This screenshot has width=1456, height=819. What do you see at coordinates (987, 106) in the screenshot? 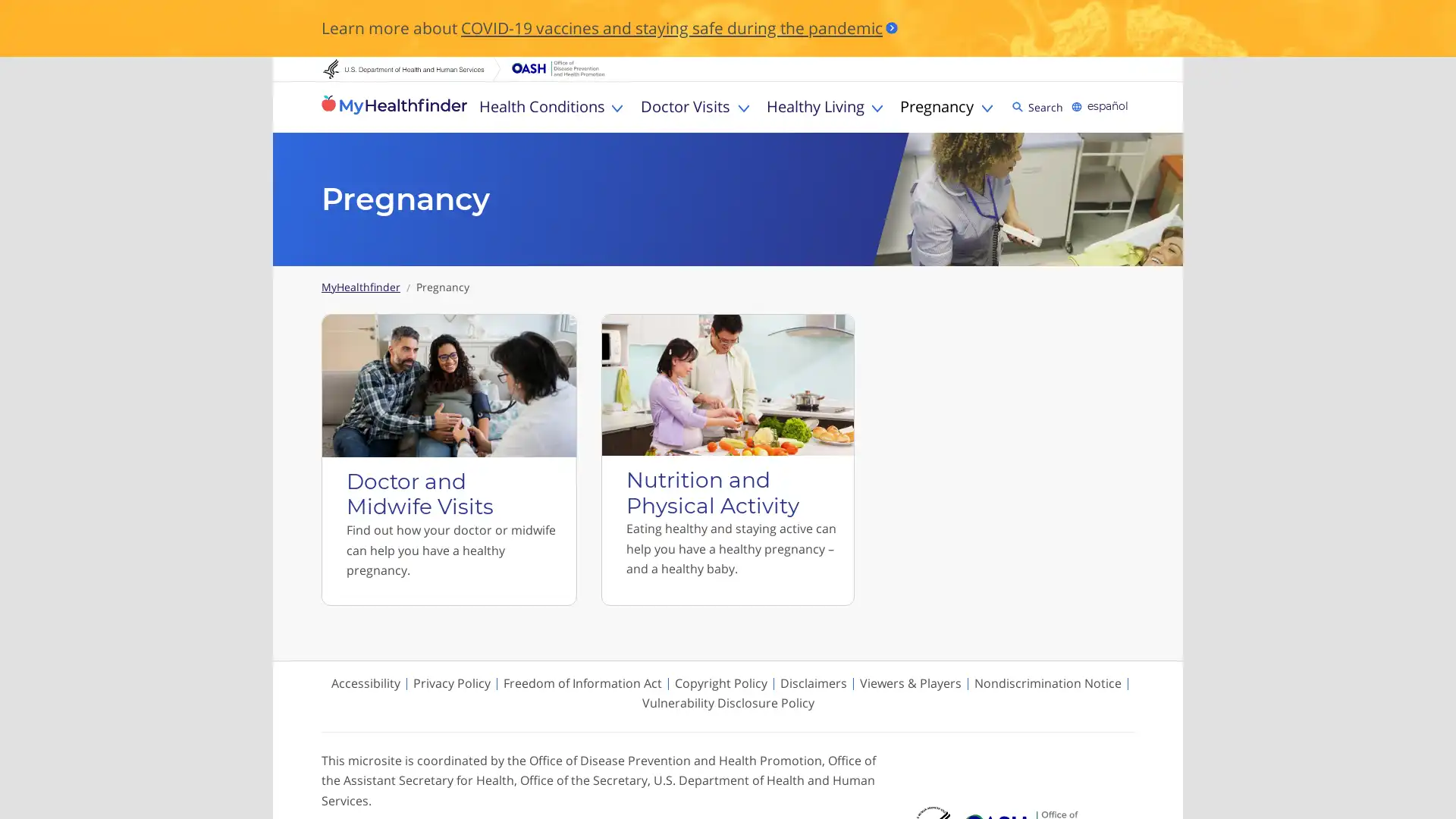
I see `Toggle Pregnancy sub menu` at bounding box center [987, 106].